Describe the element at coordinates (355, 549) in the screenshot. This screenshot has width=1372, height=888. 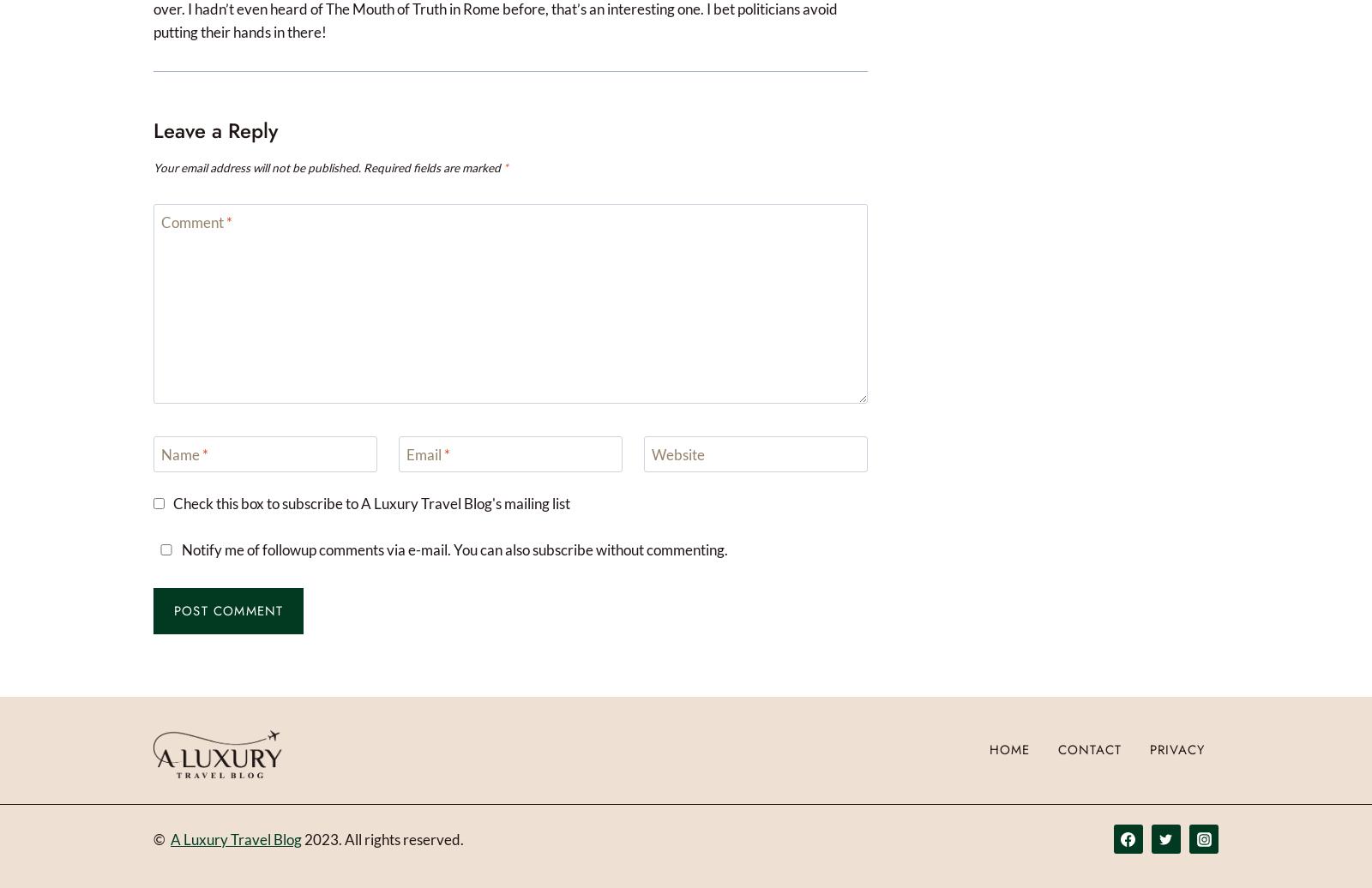
I see `'Notify me of followup comments via e-mail. You can also'` at that location.